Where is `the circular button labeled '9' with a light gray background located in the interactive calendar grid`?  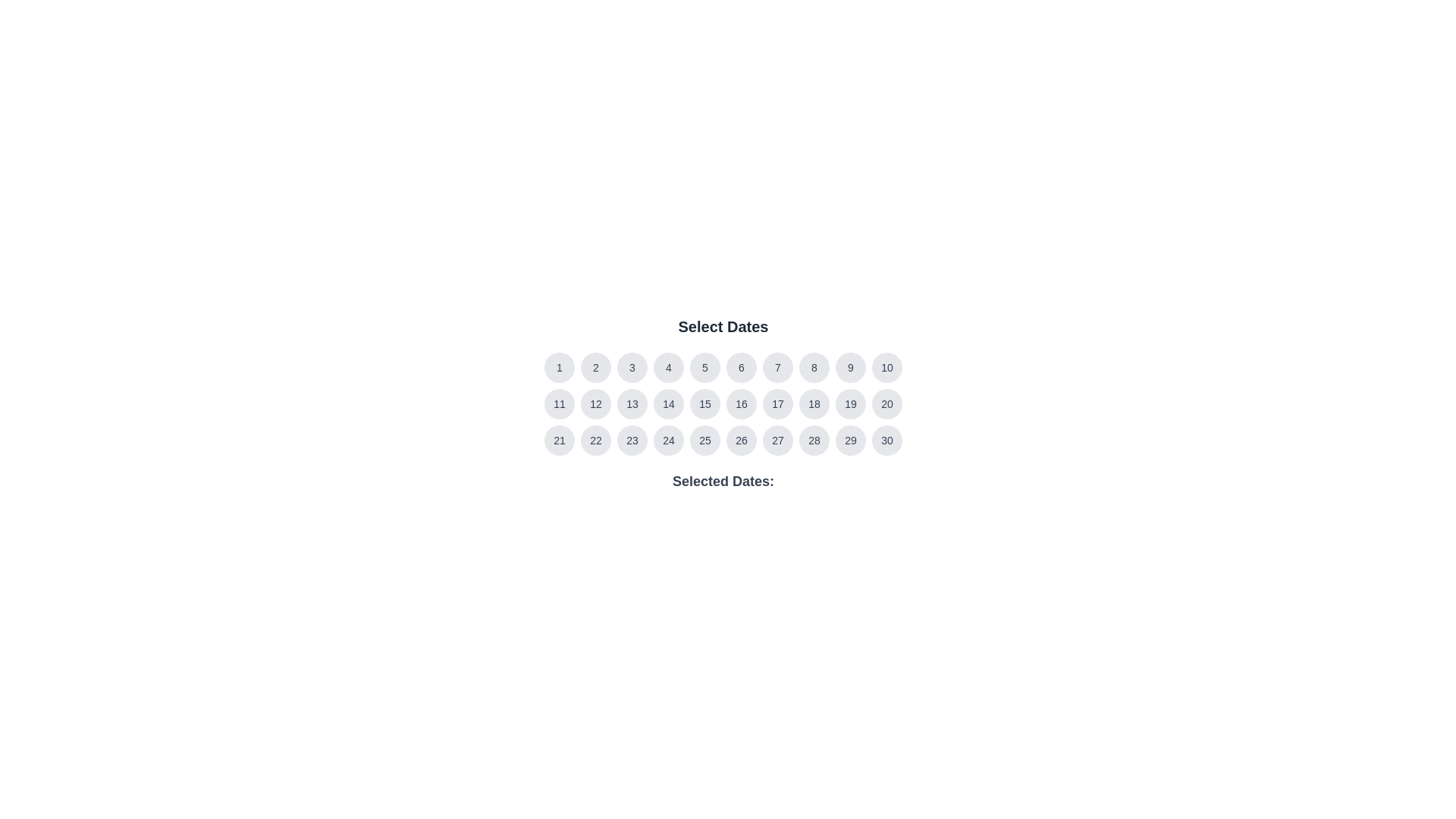
the circular button labeled '9' with a light gray background located in the interactive calendar grid is located at coordinates (851, 368).